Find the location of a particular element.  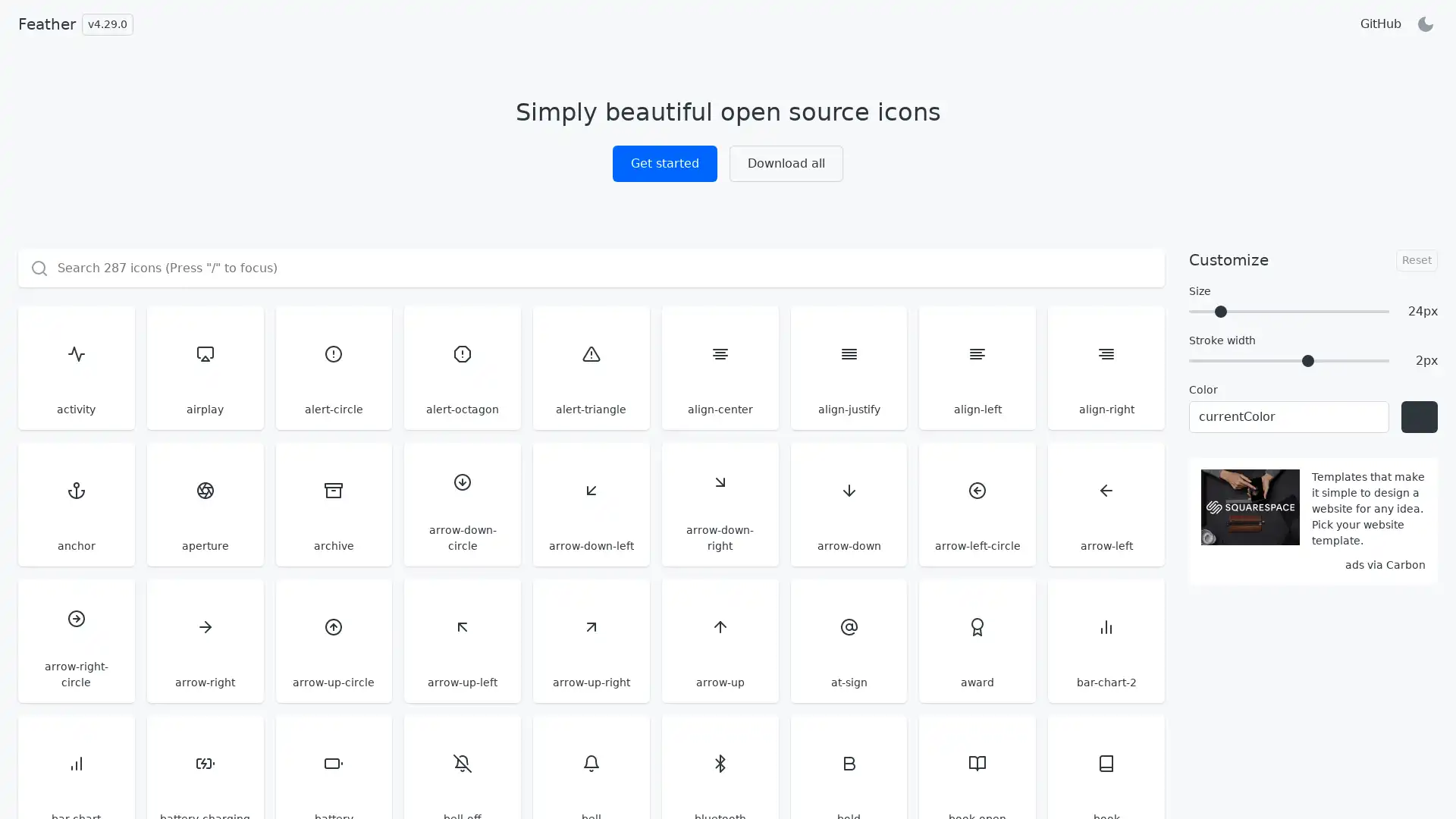

archive is located at coordinates (333, 504).